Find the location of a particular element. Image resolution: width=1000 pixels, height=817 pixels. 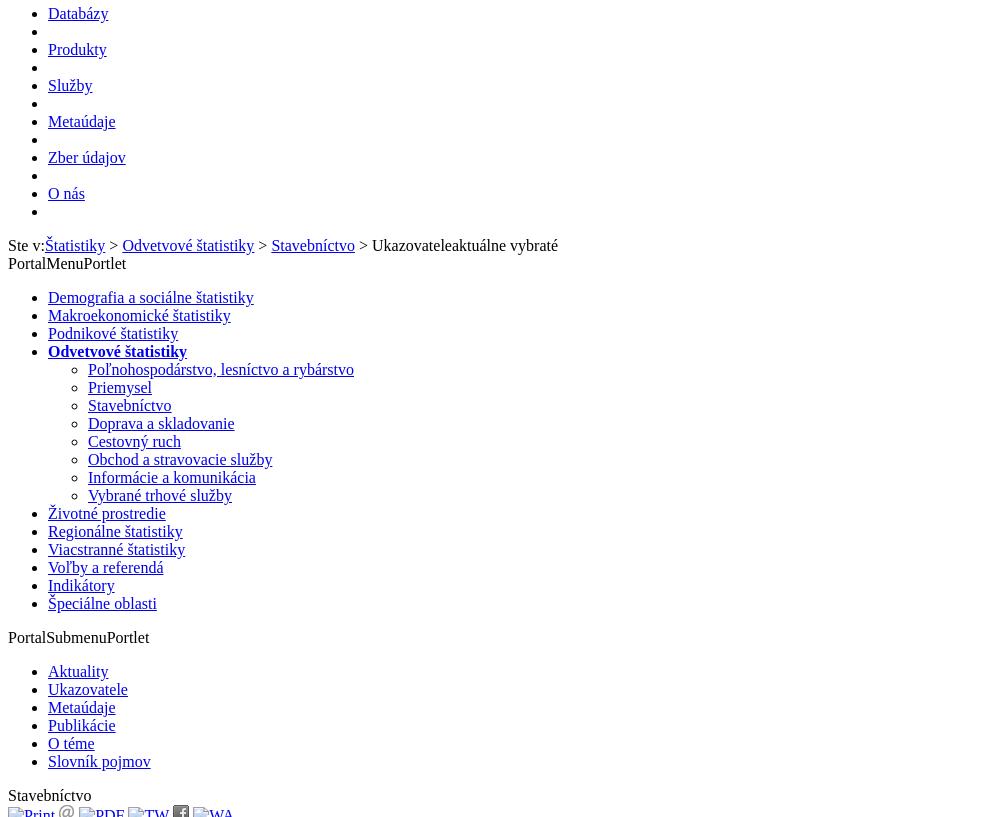

'Vybrané trhové služby' is located at coordinates (159, 494).